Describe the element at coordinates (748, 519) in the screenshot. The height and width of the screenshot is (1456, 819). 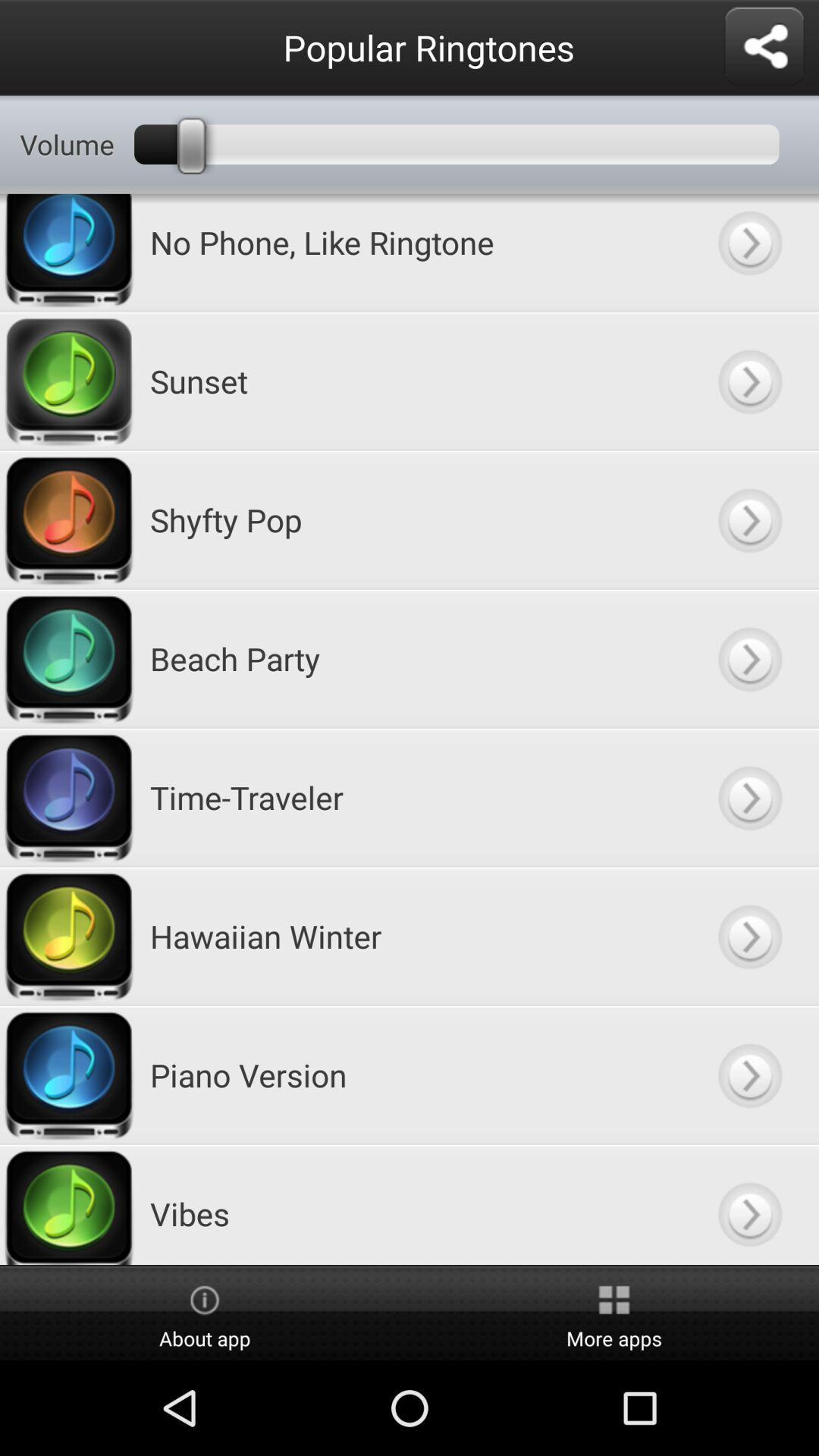
I see `download ringtone` at that location.